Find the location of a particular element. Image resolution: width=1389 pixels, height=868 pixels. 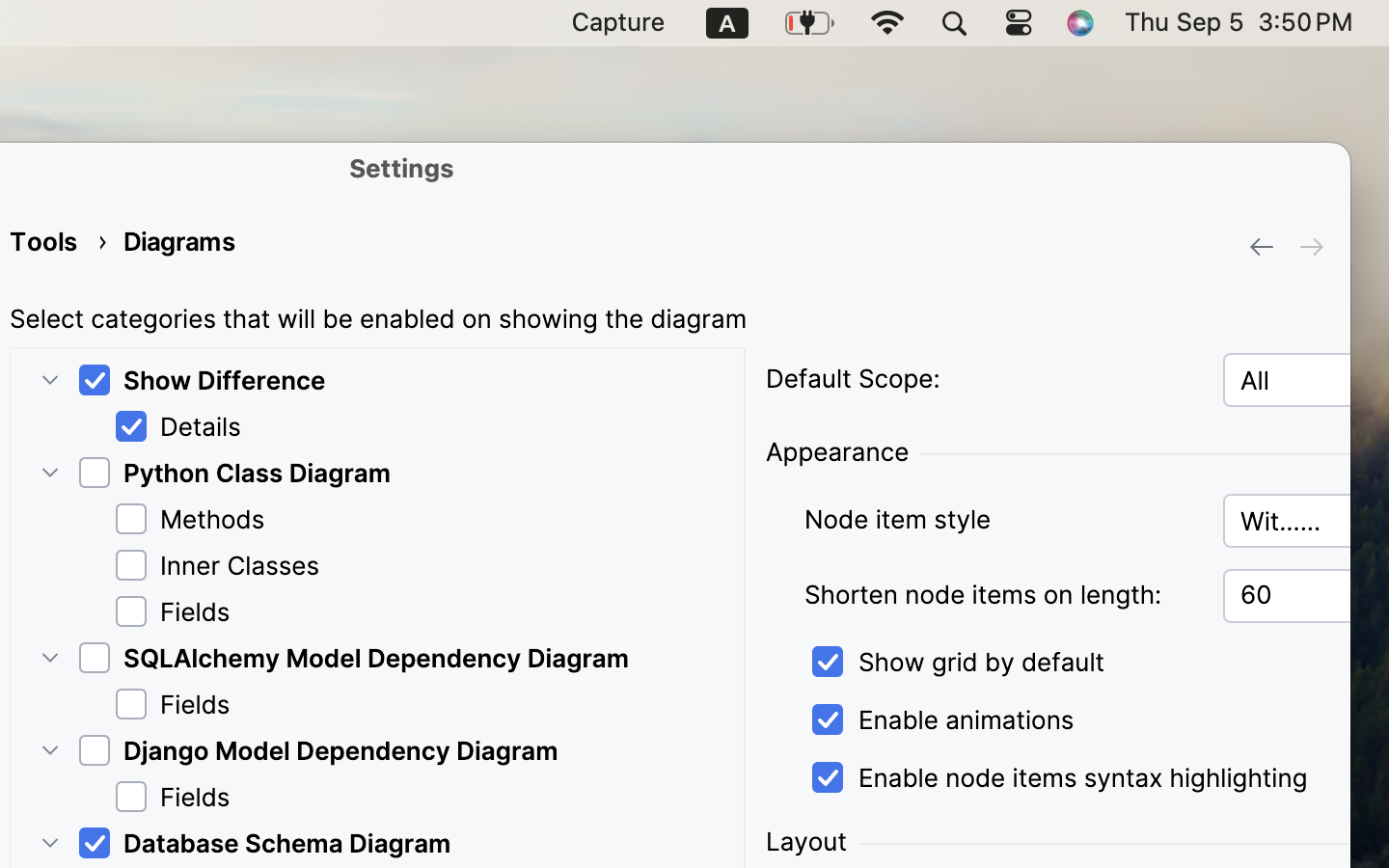

'Shorten node items on length:' is located at coordinates (1000, 595).